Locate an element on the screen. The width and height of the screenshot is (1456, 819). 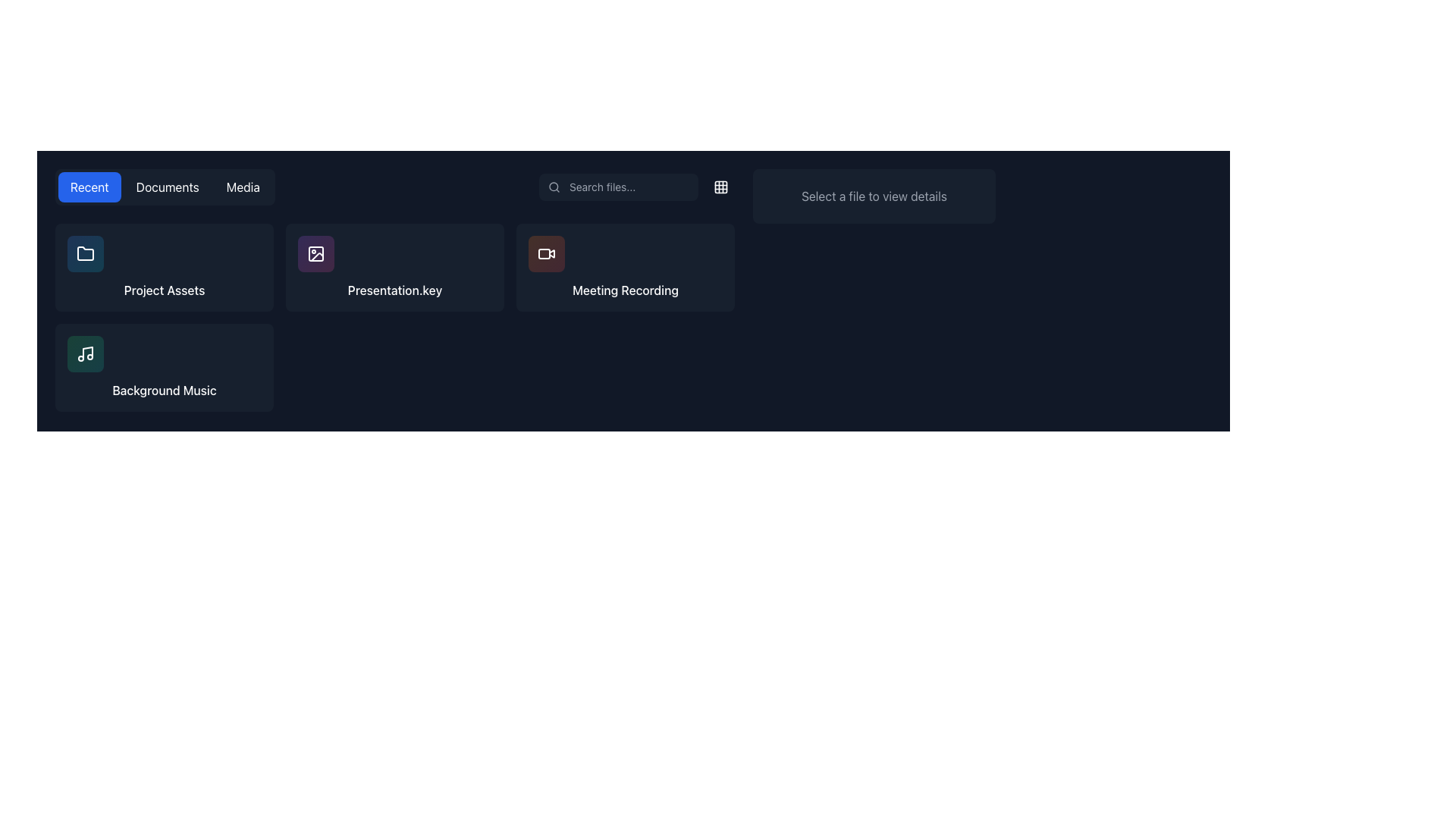
the text label titled 'Meeting Recording' for potential file-related actions is located at coordinates (626, 290).